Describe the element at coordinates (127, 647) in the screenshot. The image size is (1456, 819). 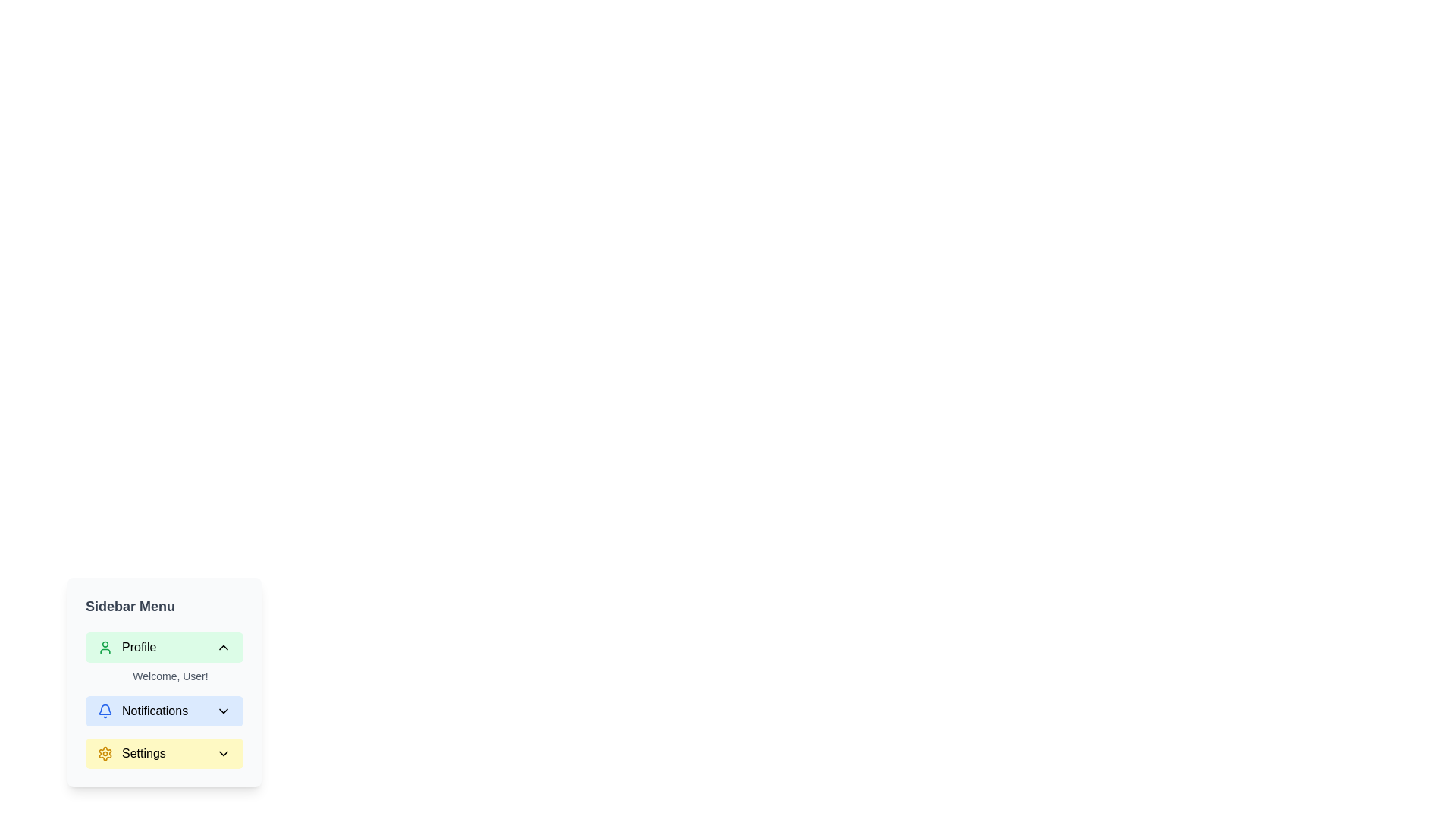
I see `the 'Profile' text label which is styled in black and located within a green background area, positioned to the right of a user silhouette icon in a vertical menu` at that location.